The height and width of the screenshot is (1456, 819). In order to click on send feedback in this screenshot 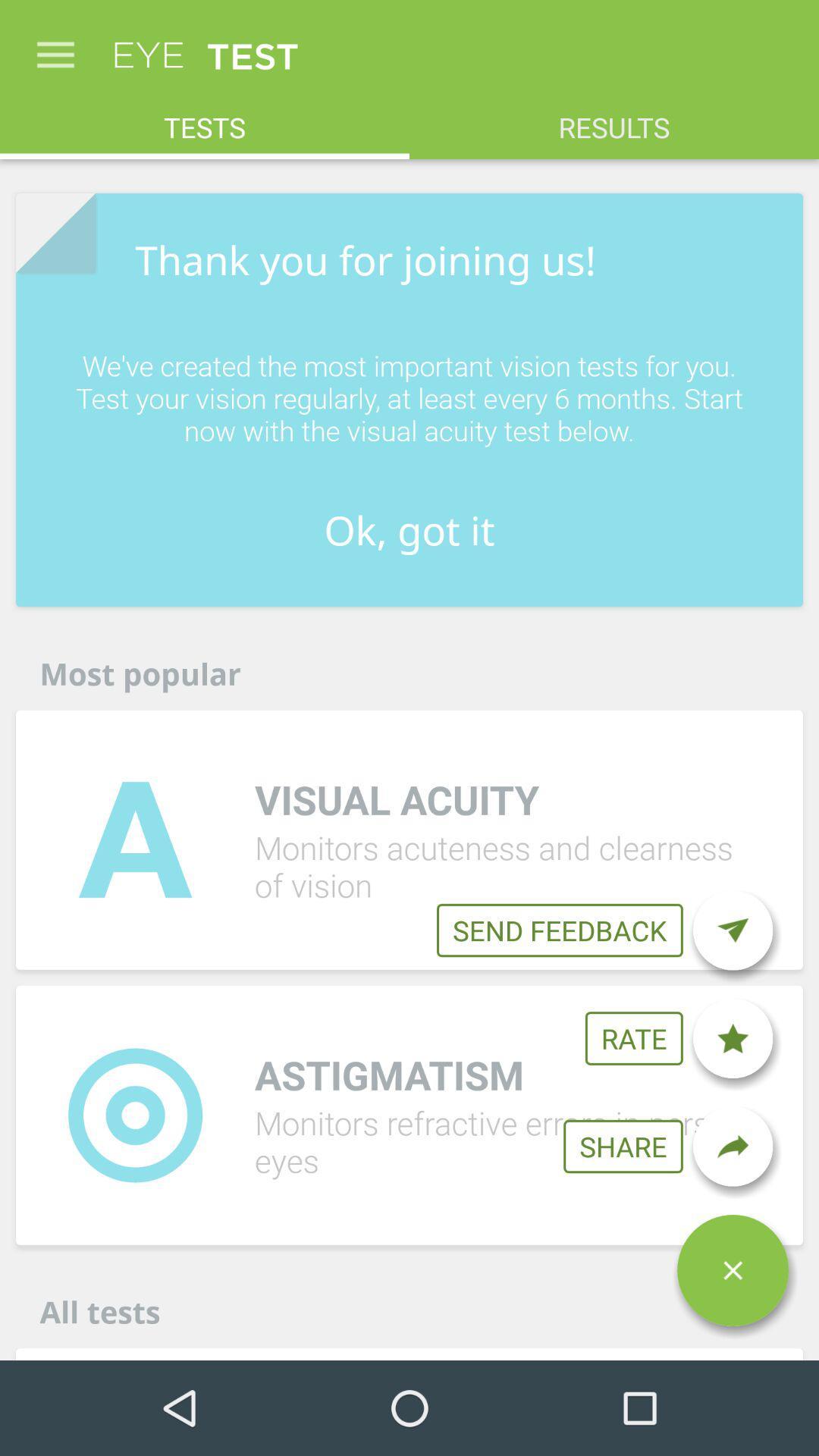, I will do `click(732, 930)`.